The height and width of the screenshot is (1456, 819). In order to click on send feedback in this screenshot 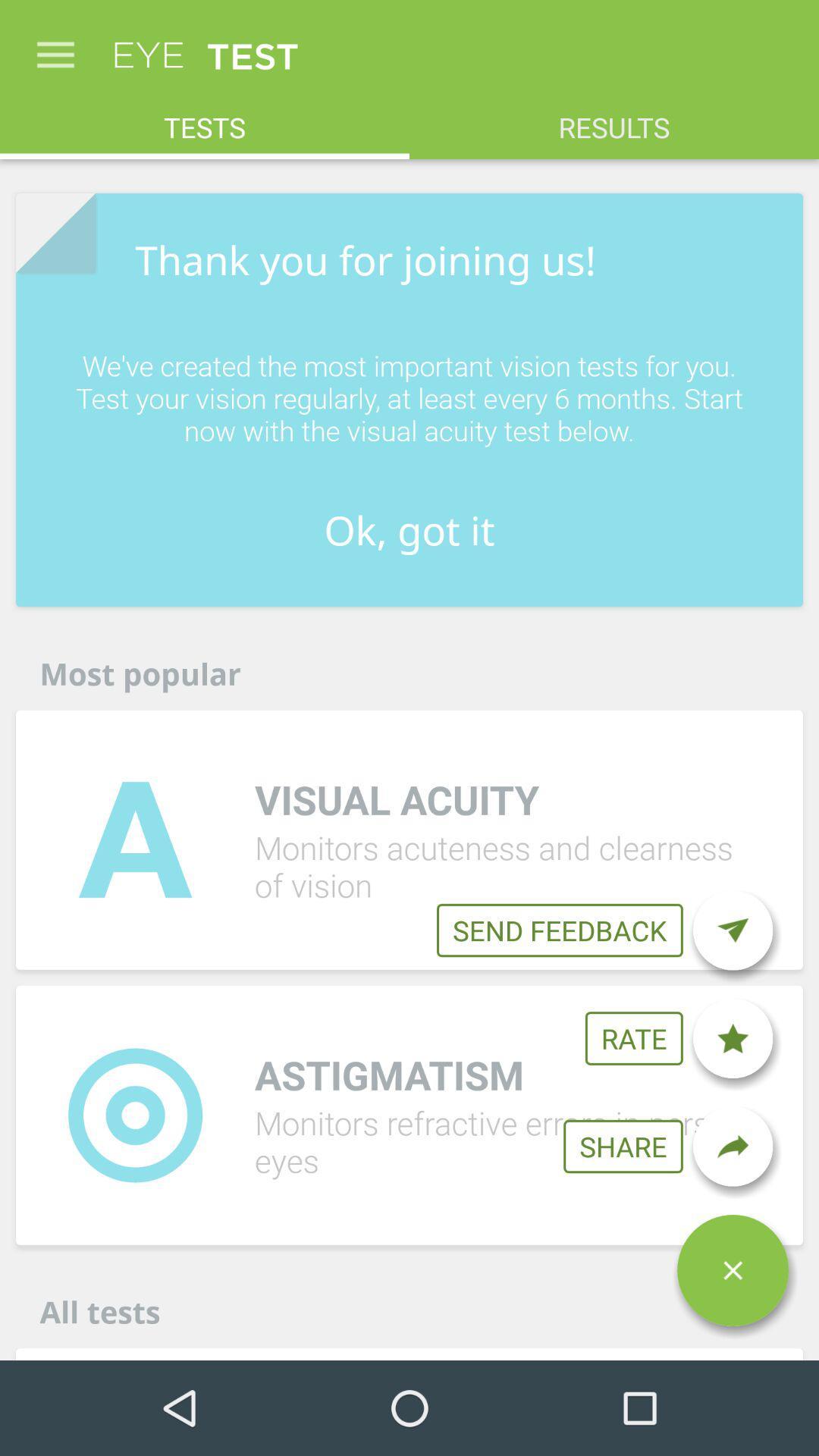, I will do `click(732, 930)`.